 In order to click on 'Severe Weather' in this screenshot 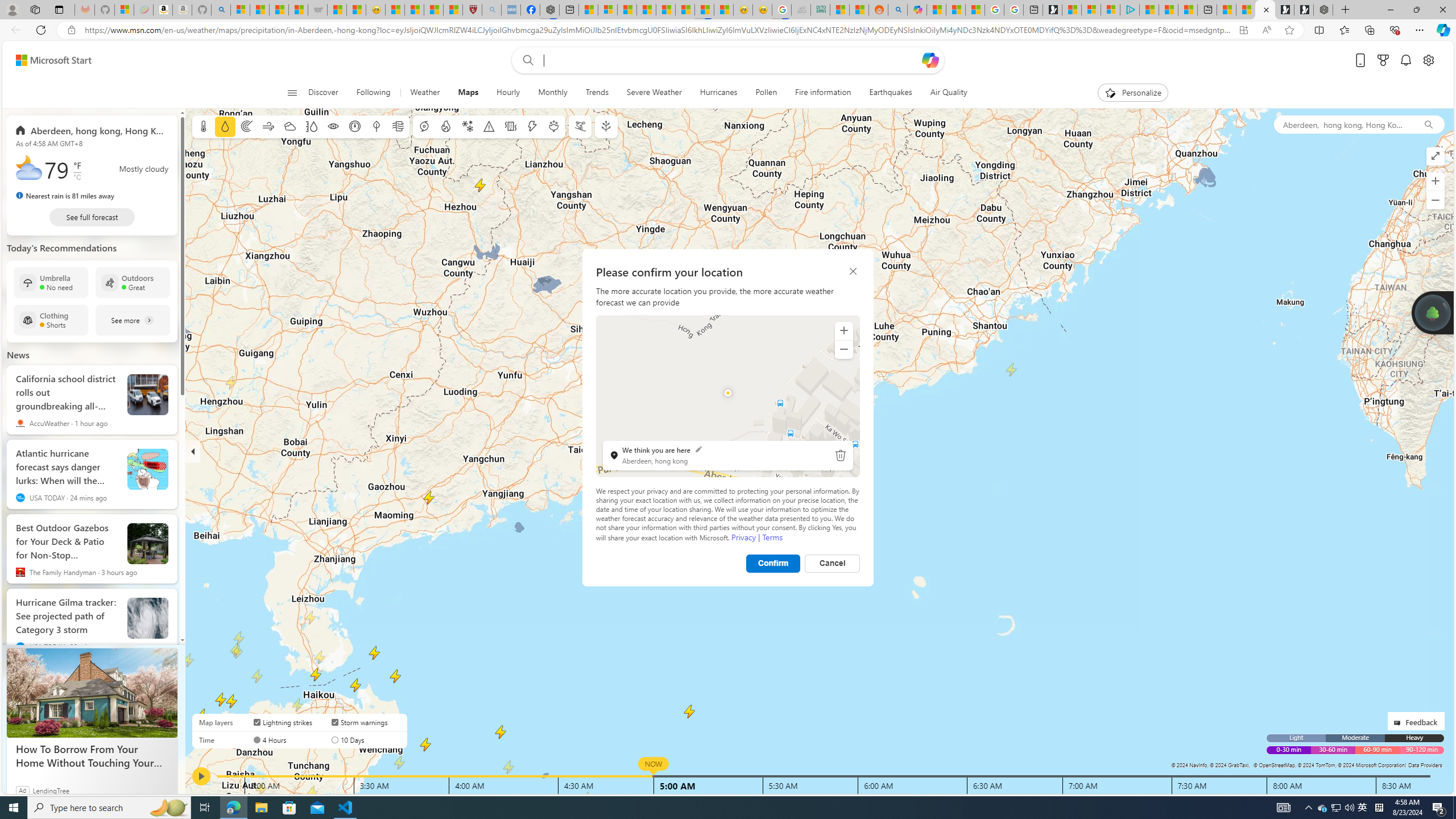, I will do `click(653, 92)`.